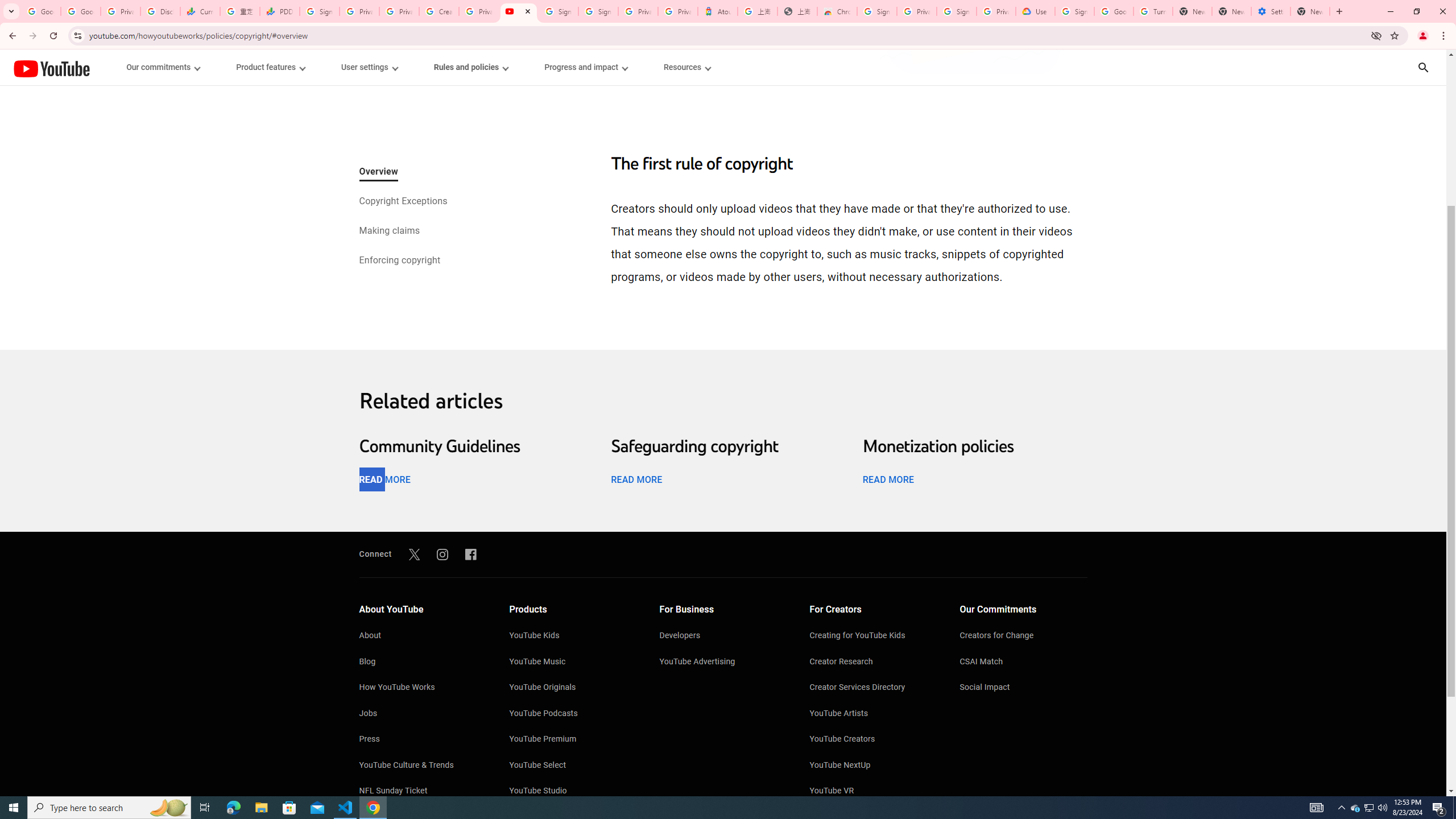 Image resolution: width=1456 pixels, height=819 pixels. What do you see at coordinates (442, 553) in the screenshot?
I see `'Instagram'` at bounding box center [442, 553].